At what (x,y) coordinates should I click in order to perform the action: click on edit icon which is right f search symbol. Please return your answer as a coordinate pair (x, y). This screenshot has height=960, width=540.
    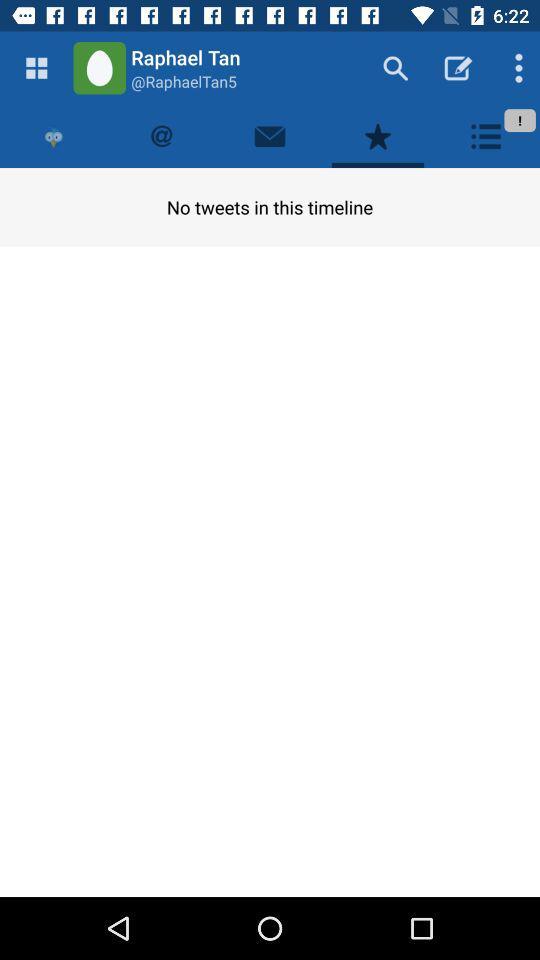
    Looking at the image, I should click on (458, 68).